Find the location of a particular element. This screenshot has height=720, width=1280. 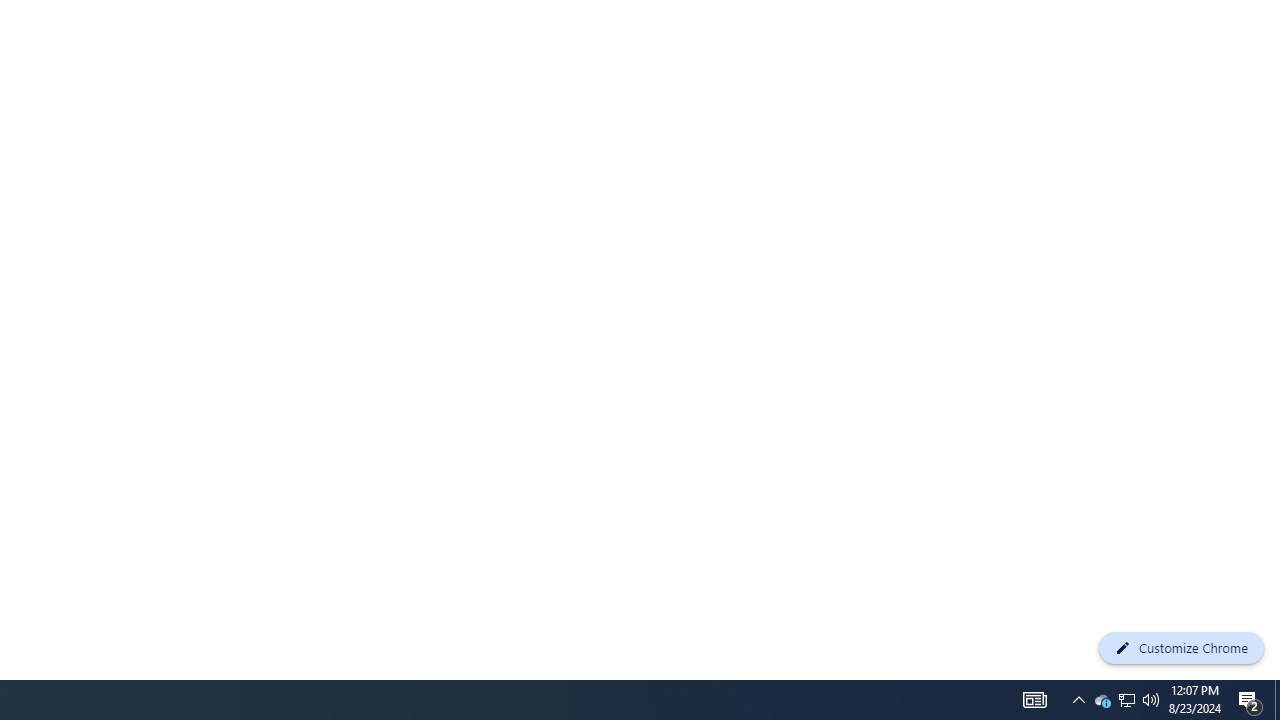

'Customize Chrome' is located at coordinates (1181, 648).